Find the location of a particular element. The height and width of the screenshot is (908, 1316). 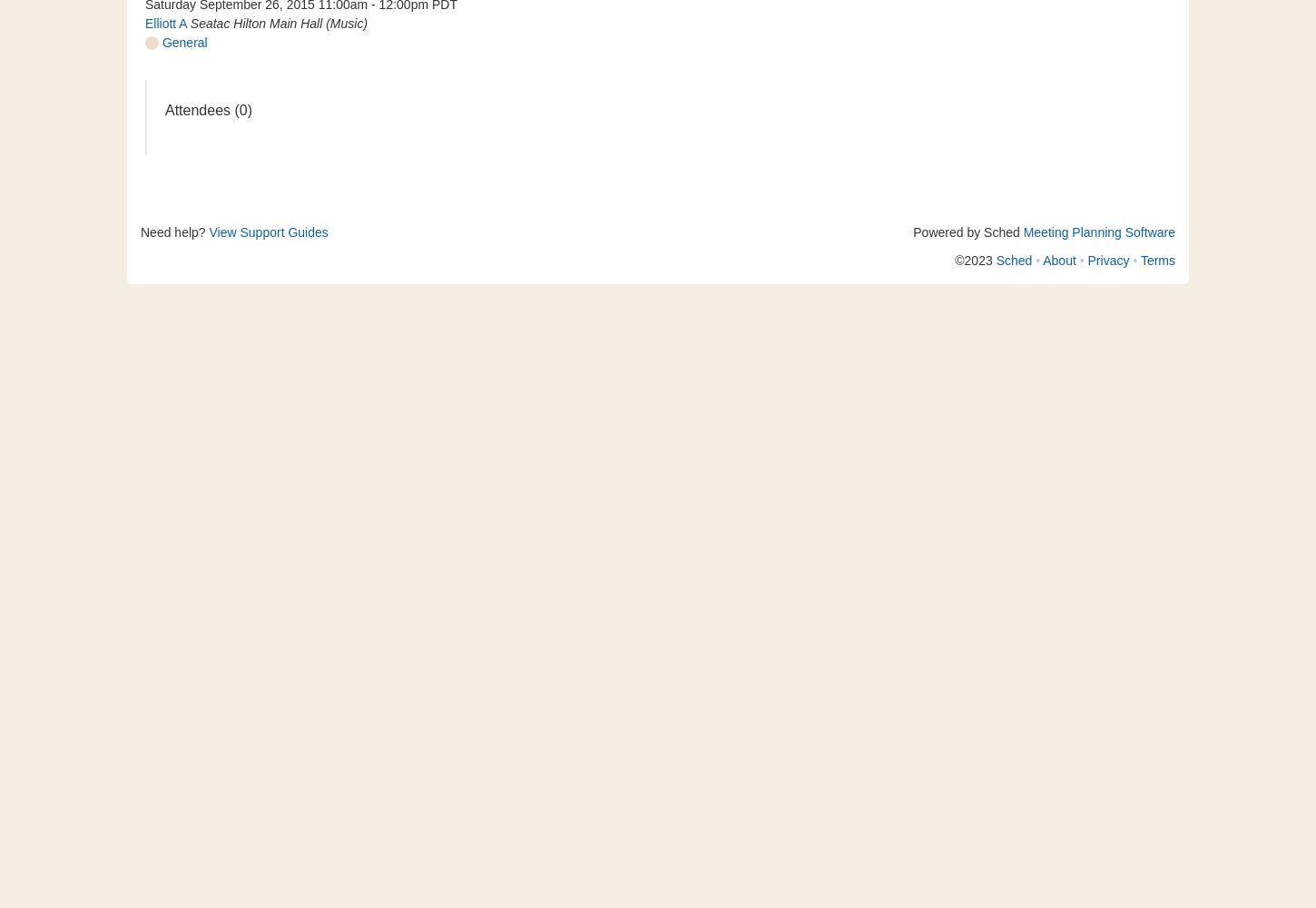

'About' is located at coordinates (1041, 261).